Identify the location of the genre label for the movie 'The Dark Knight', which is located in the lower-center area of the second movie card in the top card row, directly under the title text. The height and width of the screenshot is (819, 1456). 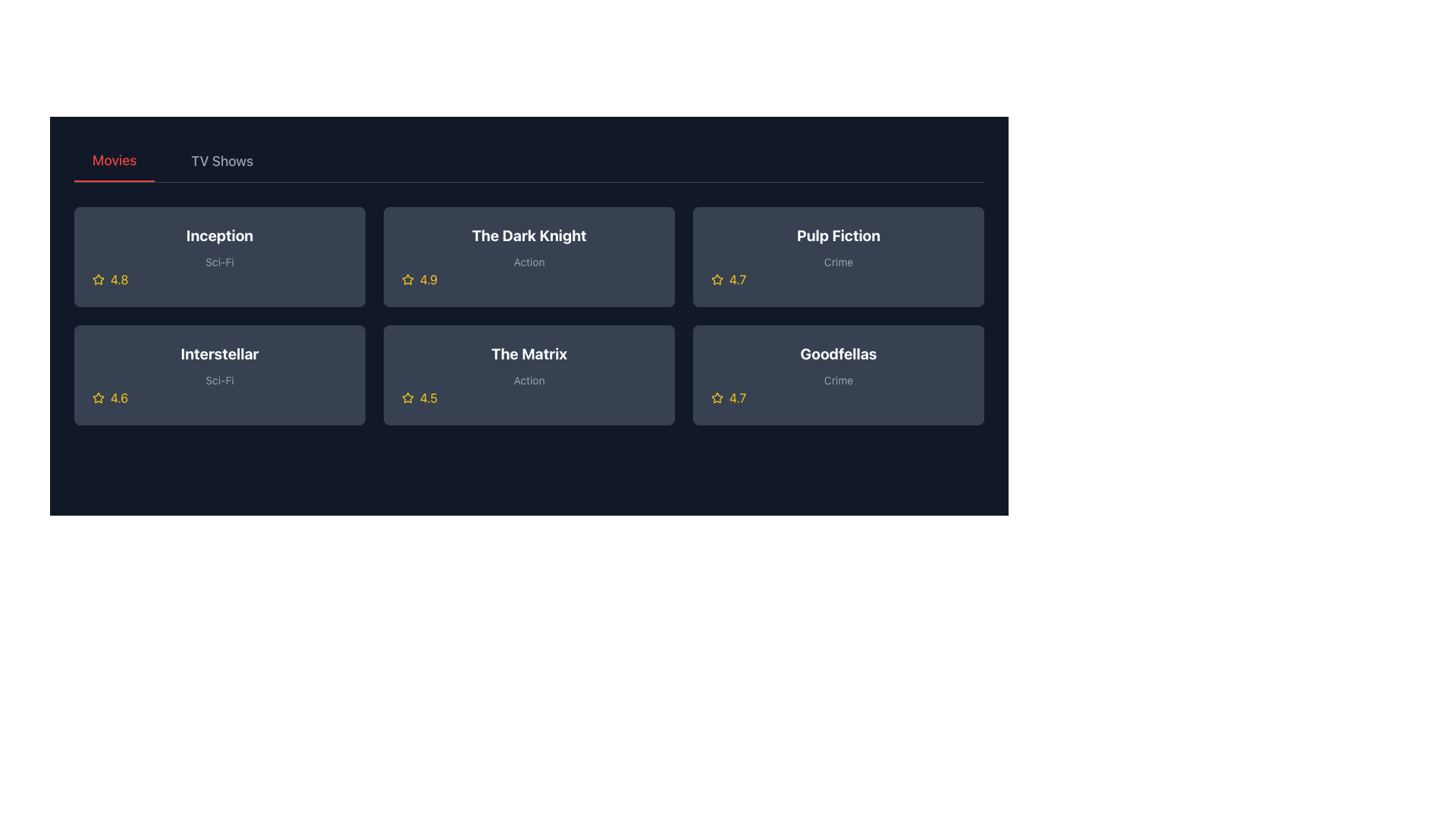
(529, 261).